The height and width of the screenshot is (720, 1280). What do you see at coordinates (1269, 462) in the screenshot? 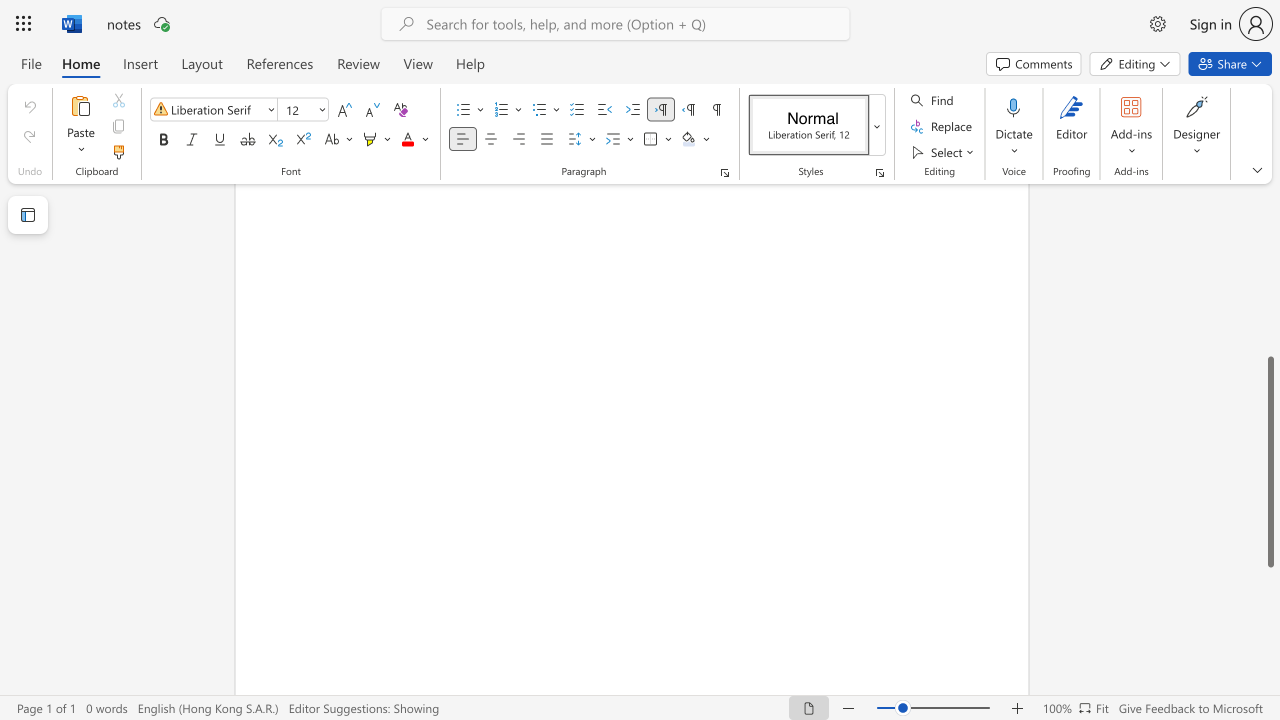
I see `the scrollbar and move up 280 pixels` at bounding box center [1269, 462].